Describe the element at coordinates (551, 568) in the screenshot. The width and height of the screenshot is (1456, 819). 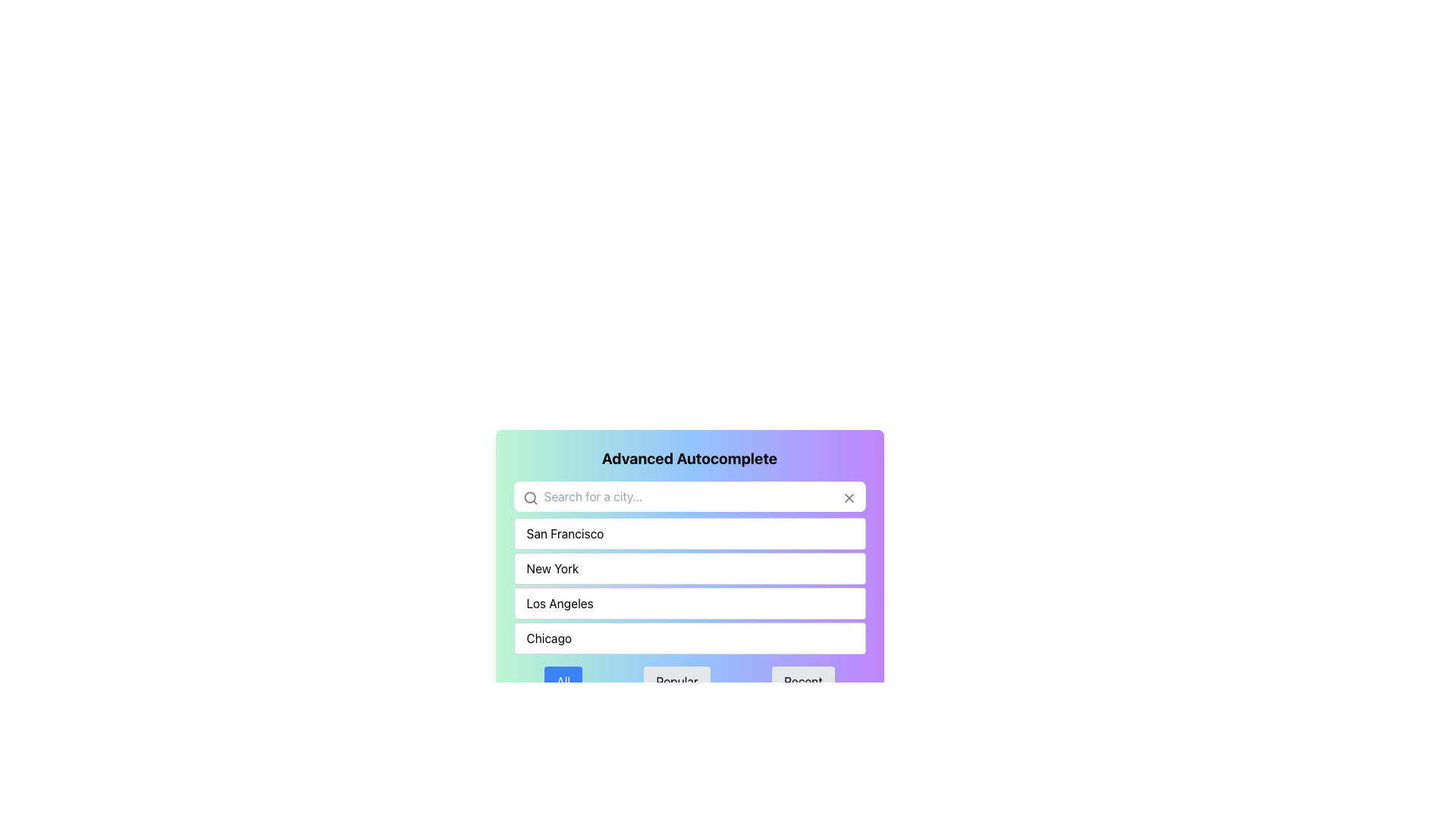
I see `text label displaying the city name 'New York', which is the second entry in a vertical list of city names` at that location.